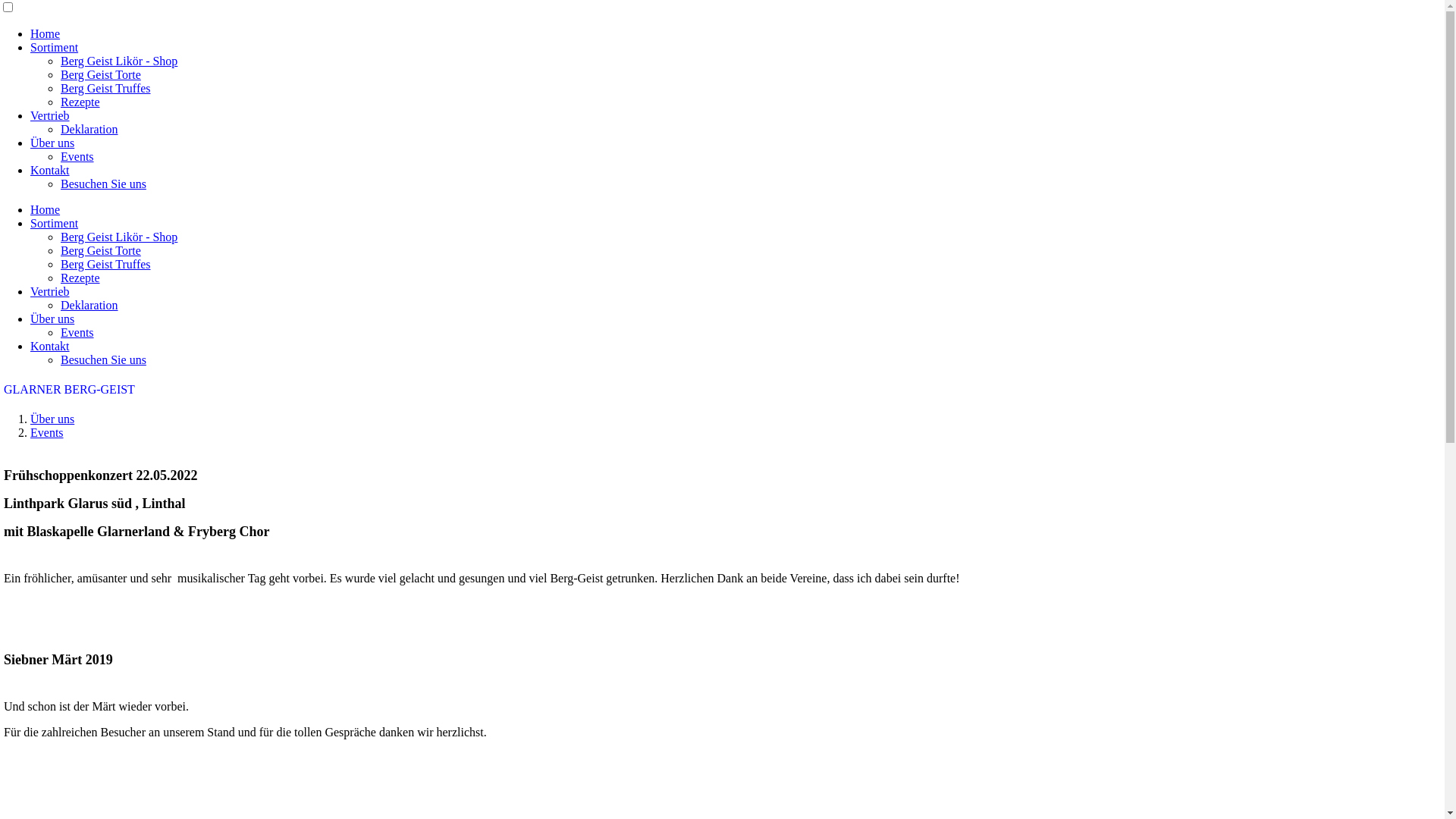 This screenshot has width=1456, height=819. What do you see at coordinates (50, 170) in the screenshot?
I see `'Kontakt'` at bounding box center [50, 170].